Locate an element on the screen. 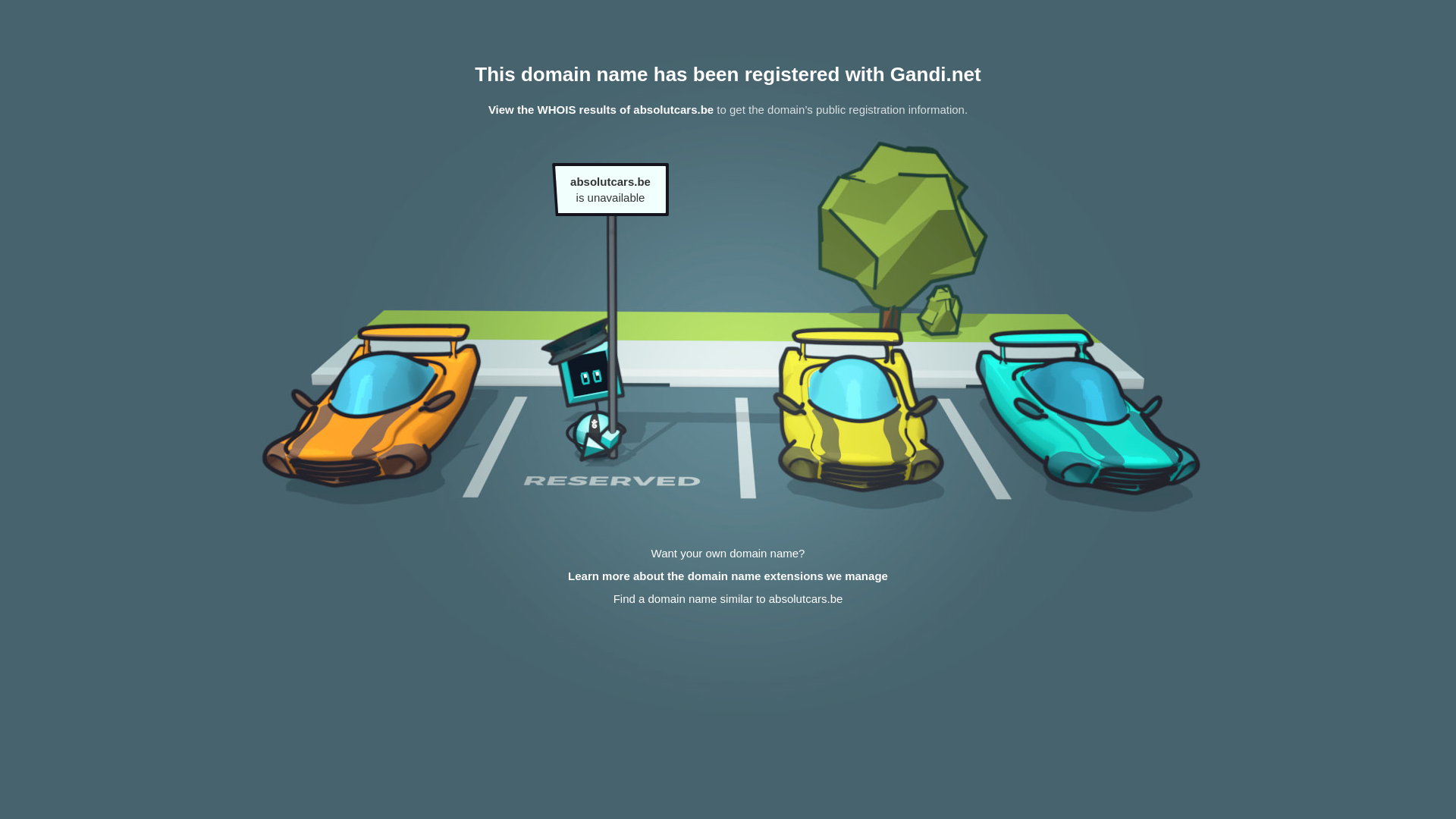 The width and height of the screenshot is (1456, 819). 'View the WHOIS results of absolutcars.be' is located at coordinates (600, 108).